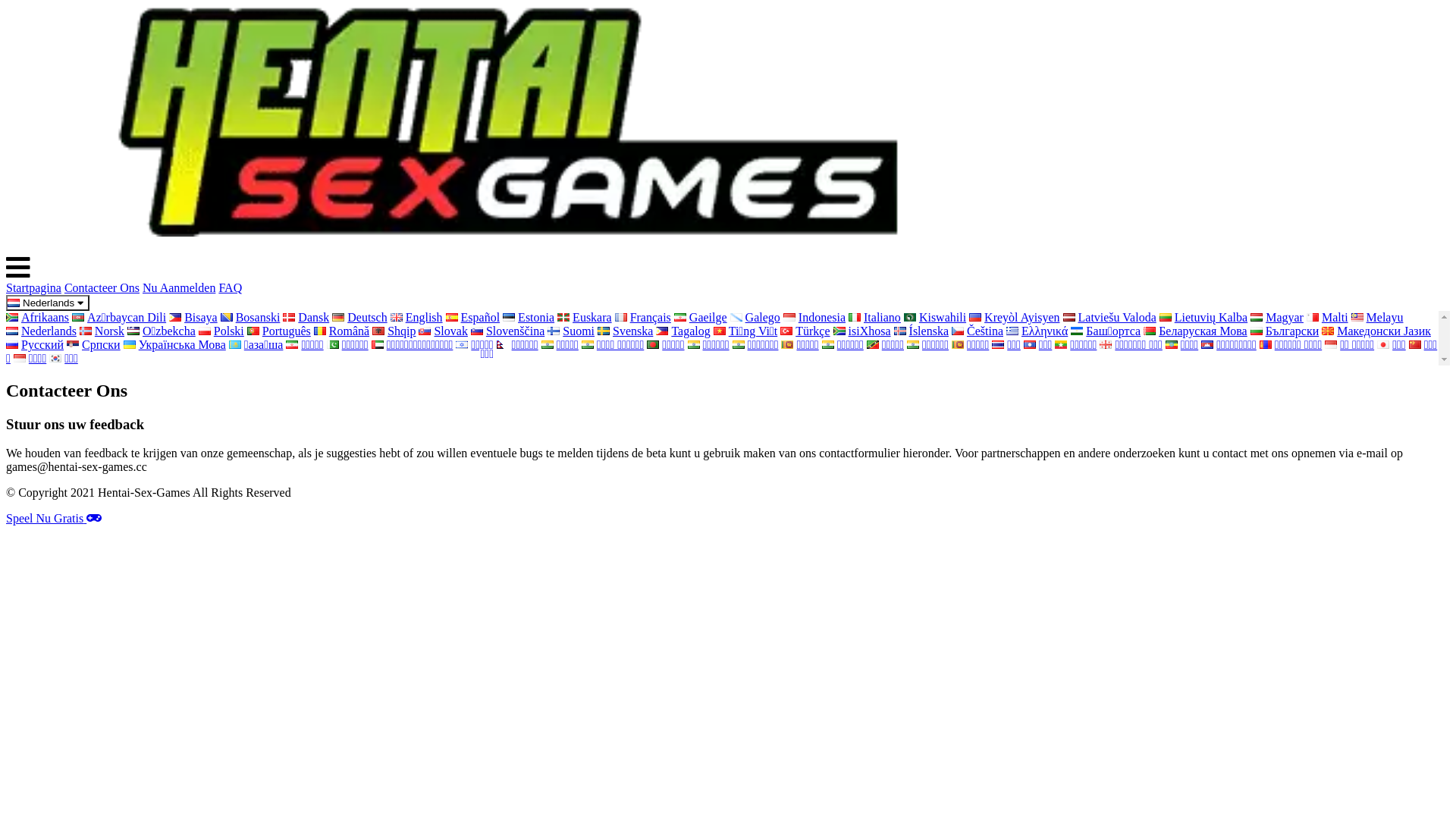 Image resolution: width=1456 pixels, height=819 pixels. Describe the element at coordinates (699, 316) in the screenshot. I see `'Gaeilge'` at that location.